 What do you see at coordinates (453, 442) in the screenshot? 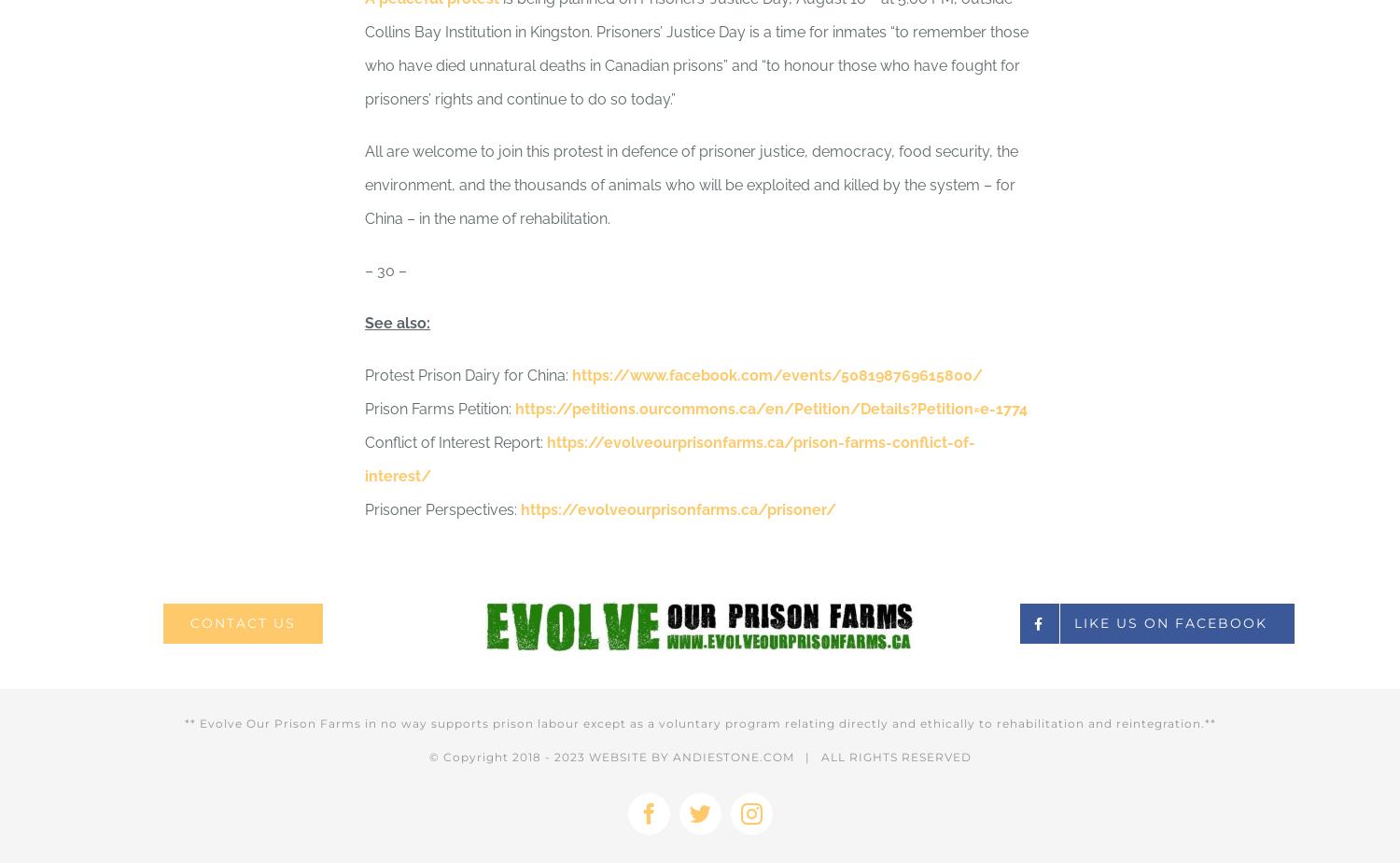
I see `'Conflict of Interest Report:'` at bounding box center [453, 442].